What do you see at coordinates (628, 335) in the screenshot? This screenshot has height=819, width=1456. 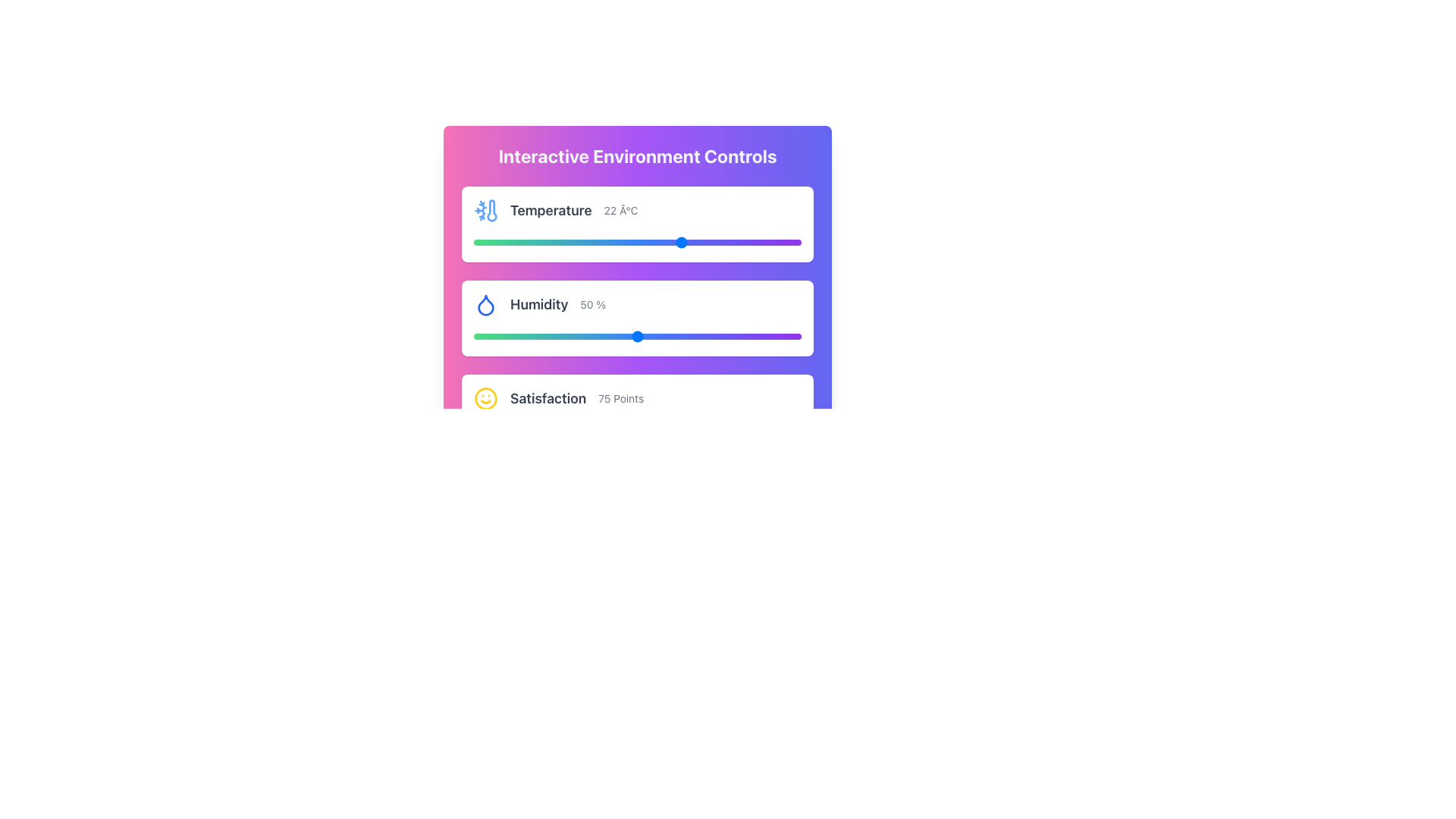 I see `humidity` at bounding box center [628, 335].